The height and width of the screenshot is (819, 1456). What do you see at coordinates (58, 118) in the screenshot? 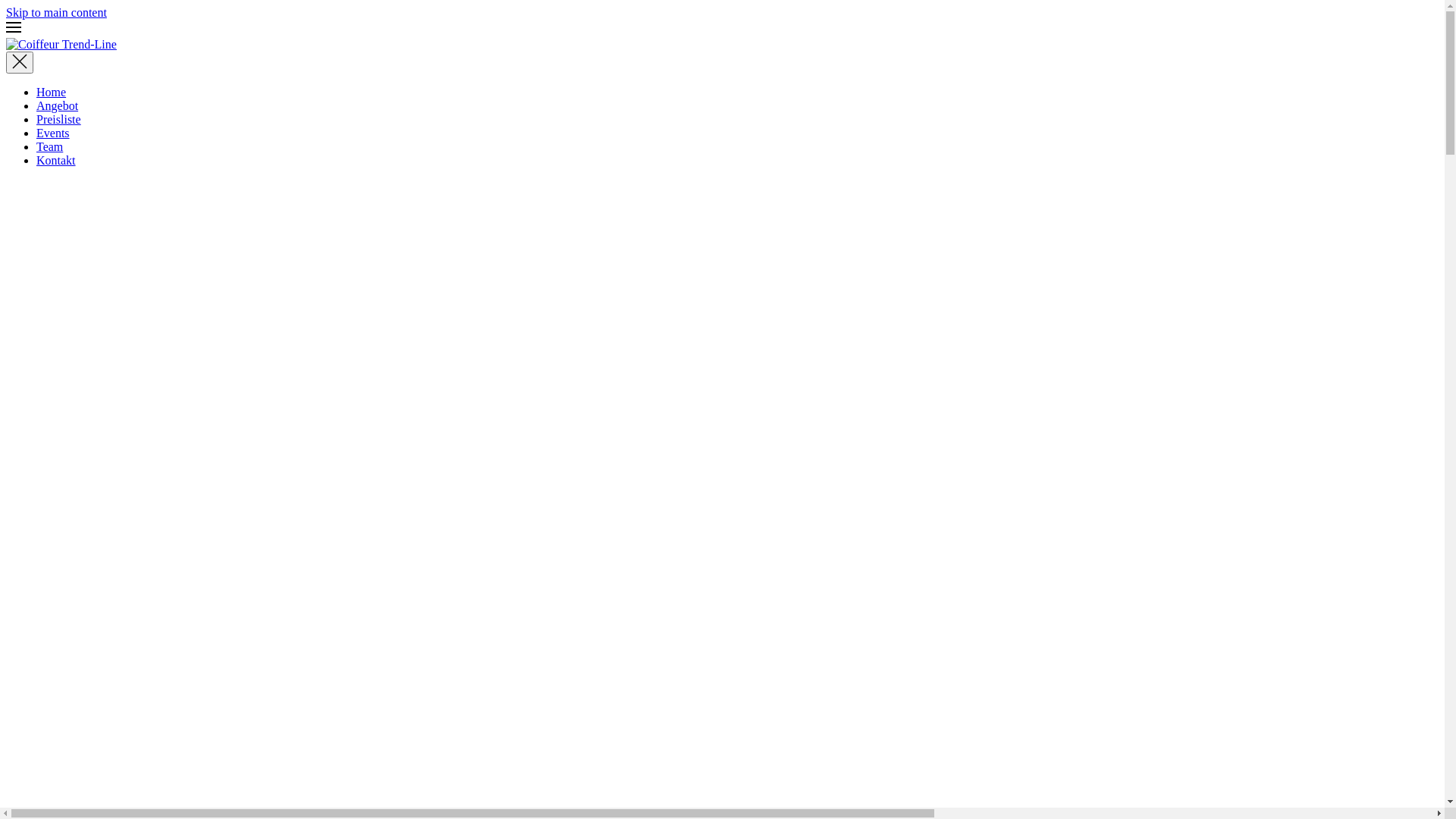
I see `'Preisliste'` at bounding box center [58, 118].